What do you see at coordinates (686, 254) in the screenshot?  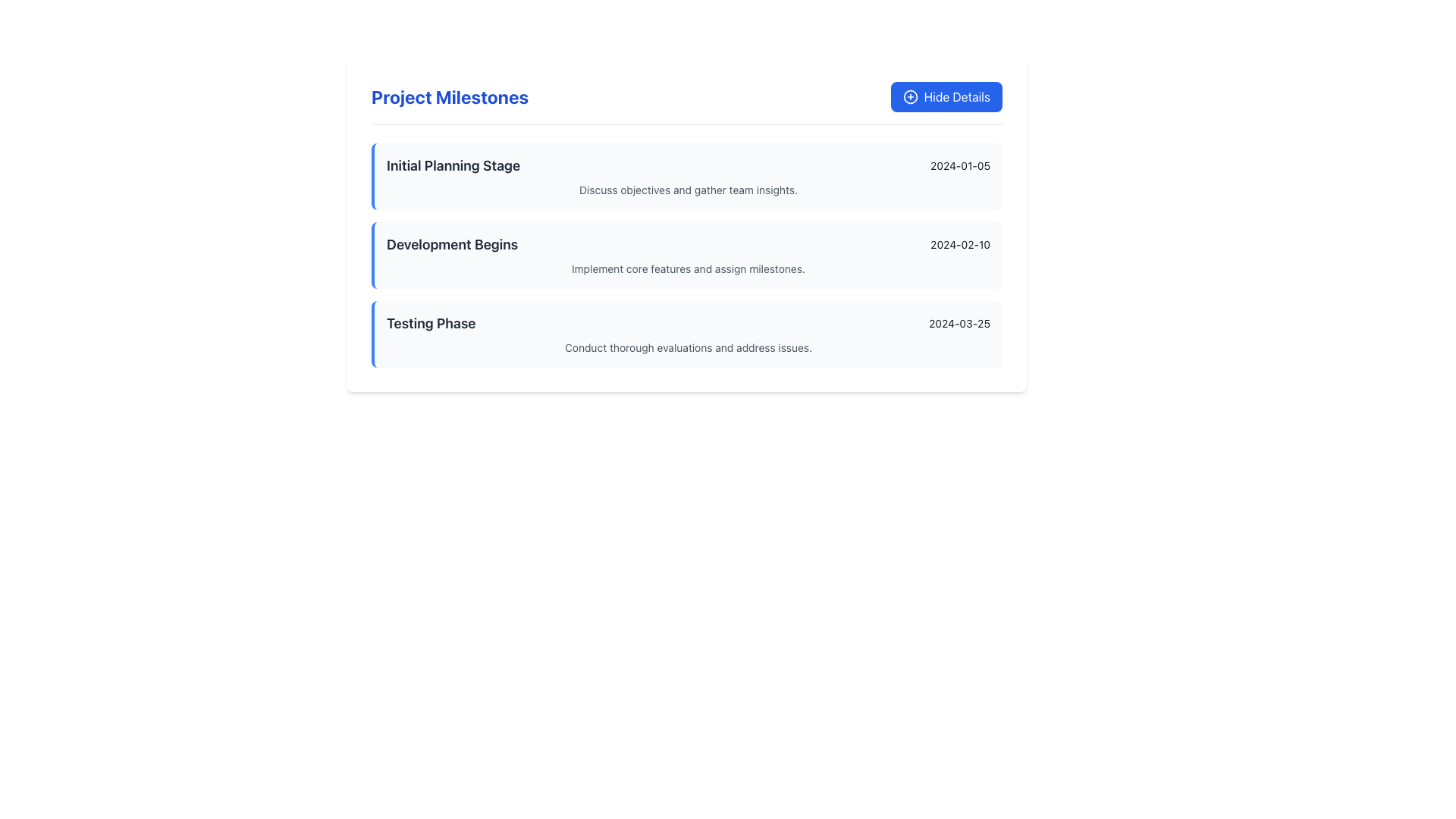 I see `the second informational card in the project timeline, which indicates a project milestone and is located centrally below 'Initial Planning Stage' and above 'Testing Phase'` at bounding box center [686, 254].